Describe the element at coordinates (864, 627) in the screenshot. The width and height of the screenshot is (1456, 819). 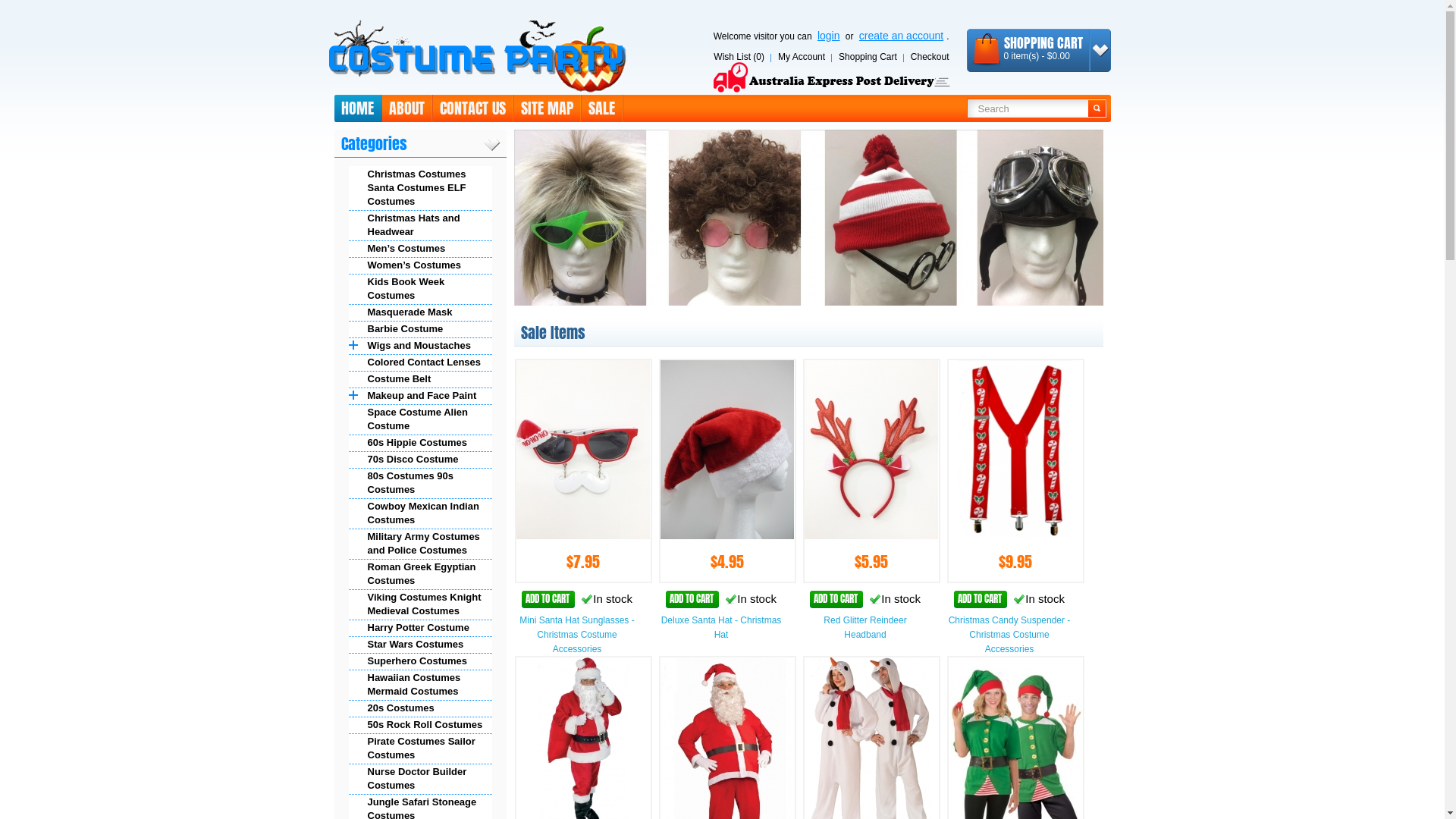
I see `'Red Glitter Reindeer Headband'` at that location.